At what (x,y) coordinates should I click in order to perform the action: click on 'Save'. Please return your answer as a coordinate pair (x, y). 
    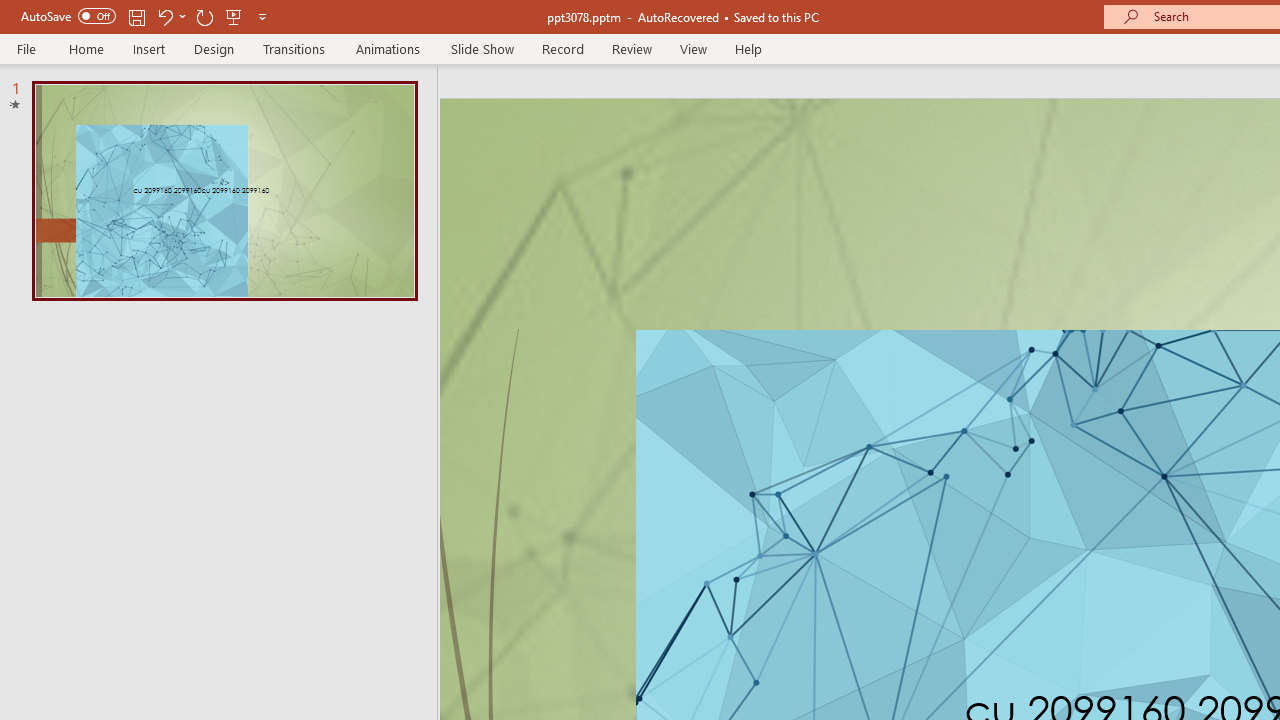
    Looking at the image, I should click on (135, 16).